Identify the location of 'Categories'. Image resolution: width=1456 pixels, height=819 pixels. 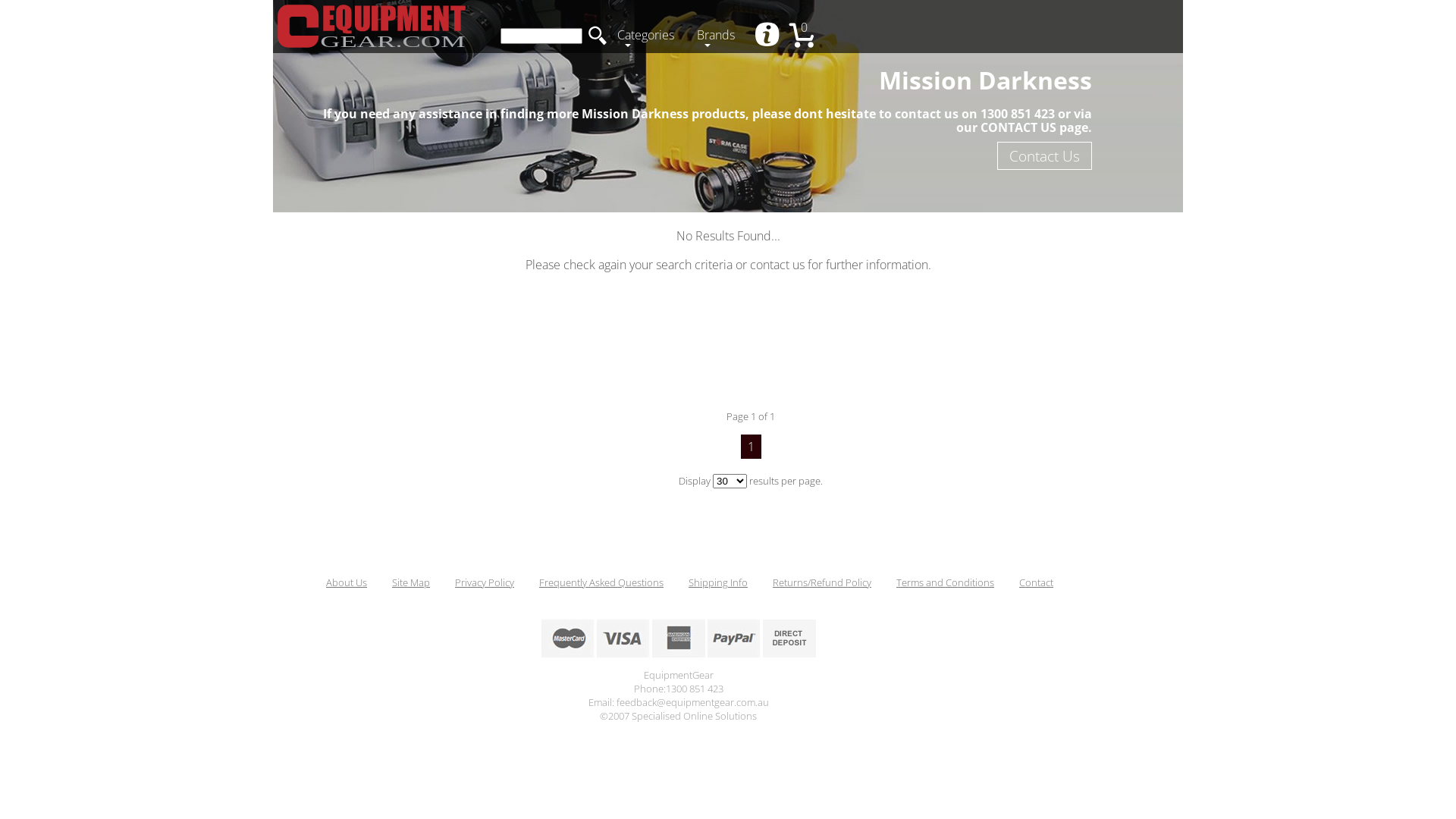
(649, 36).